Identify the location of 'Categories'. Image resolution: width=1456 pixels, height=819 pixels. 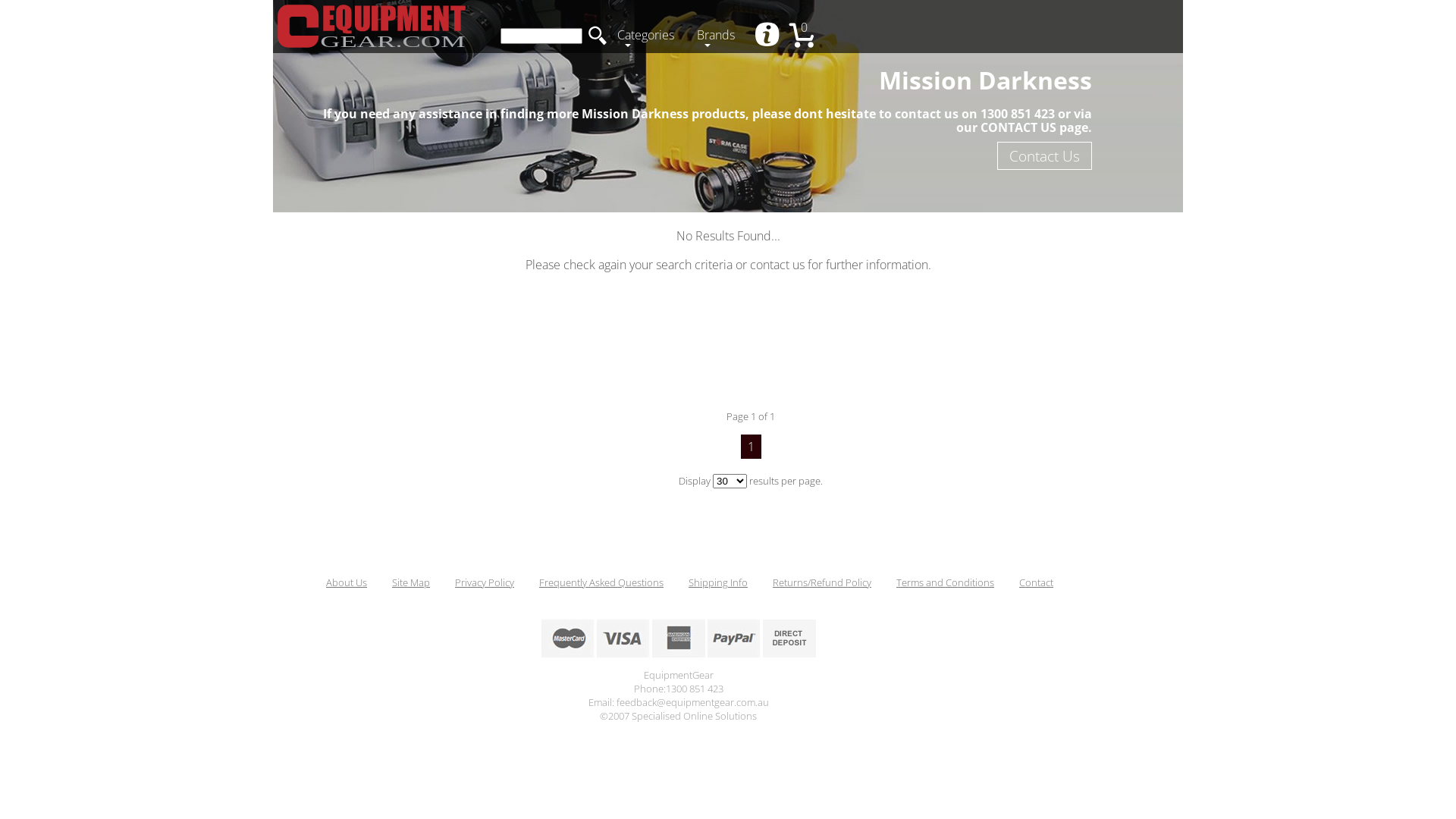
(649, 36).